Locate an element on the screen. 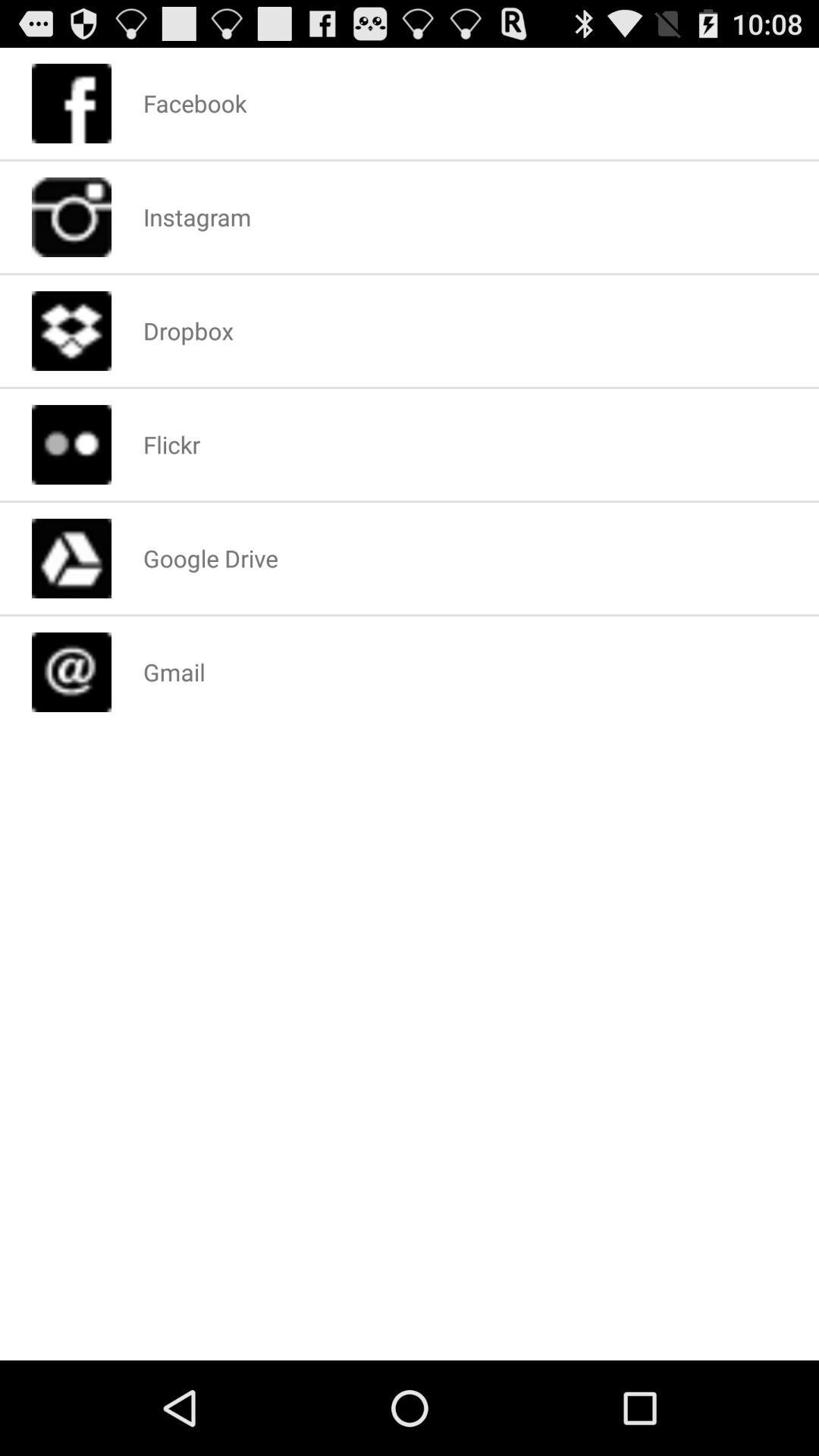  item below flickr icon is located at coordinates (210, 557).